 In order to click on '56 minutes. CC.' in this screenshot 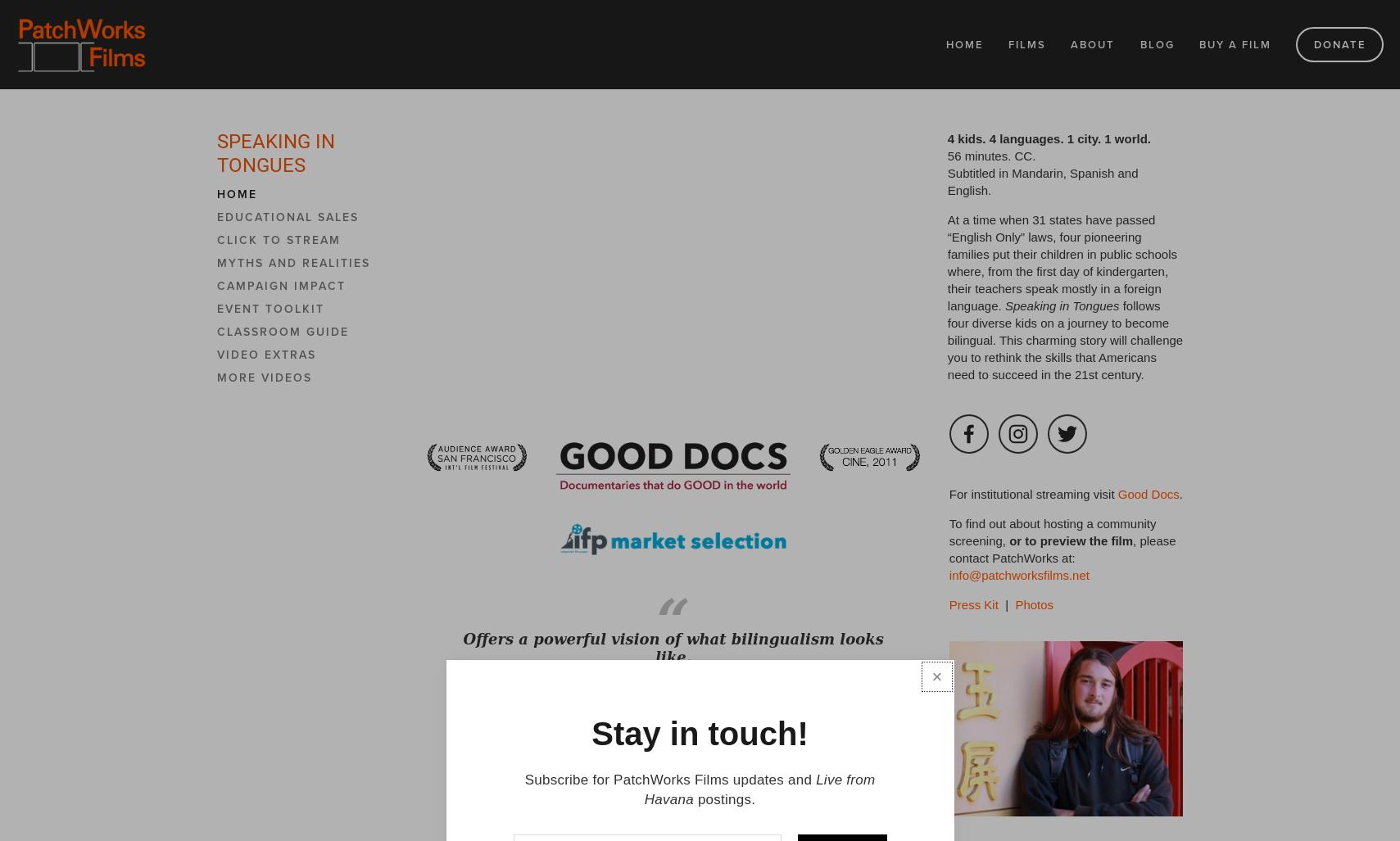, I will do `click(990, 155)`.